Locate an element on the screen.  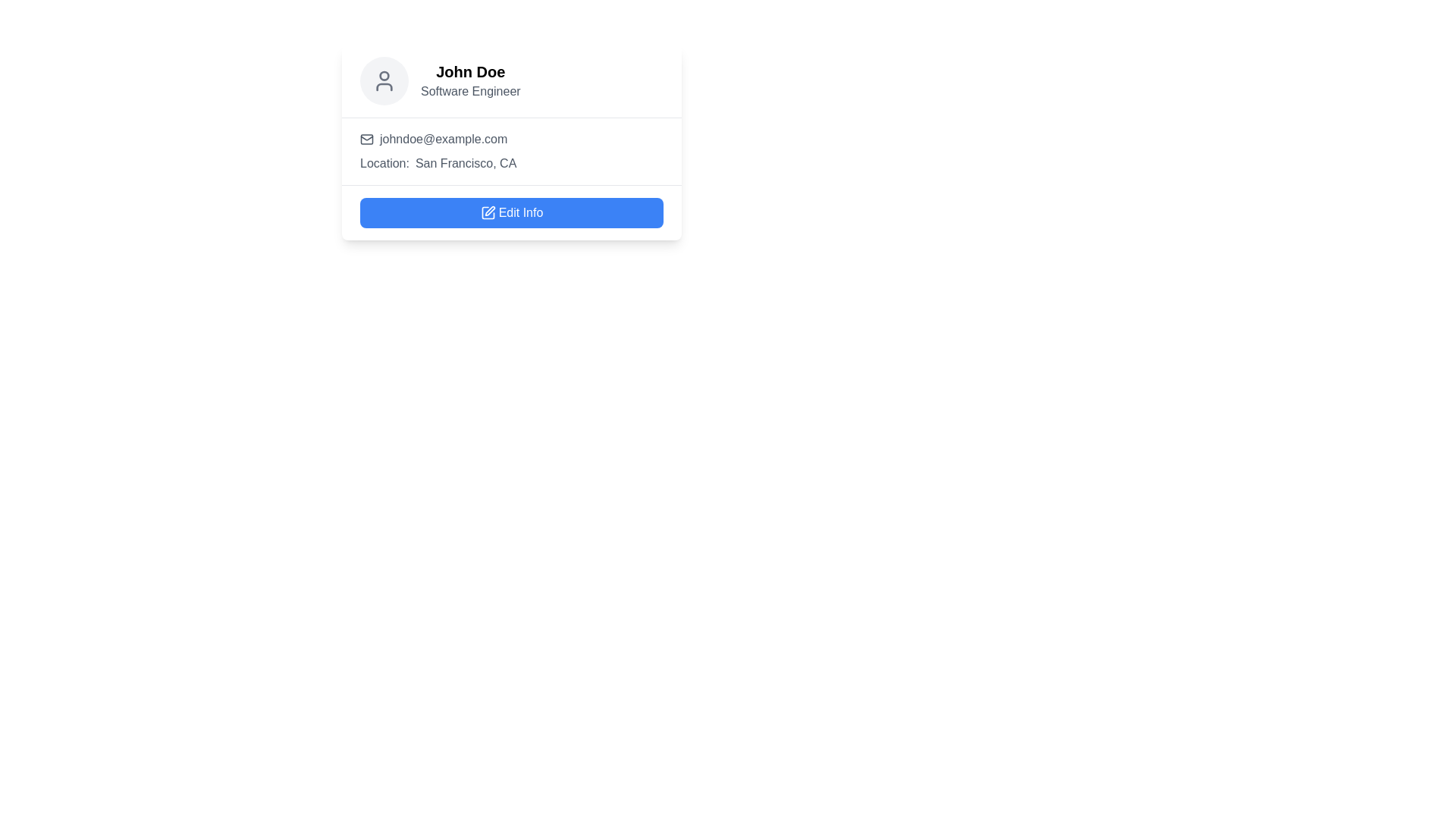
the lower half of the user icon, which is represented by a rounded shape within the SVG element located at the top left corner of the displayed card is located at coordinates (384, 87).